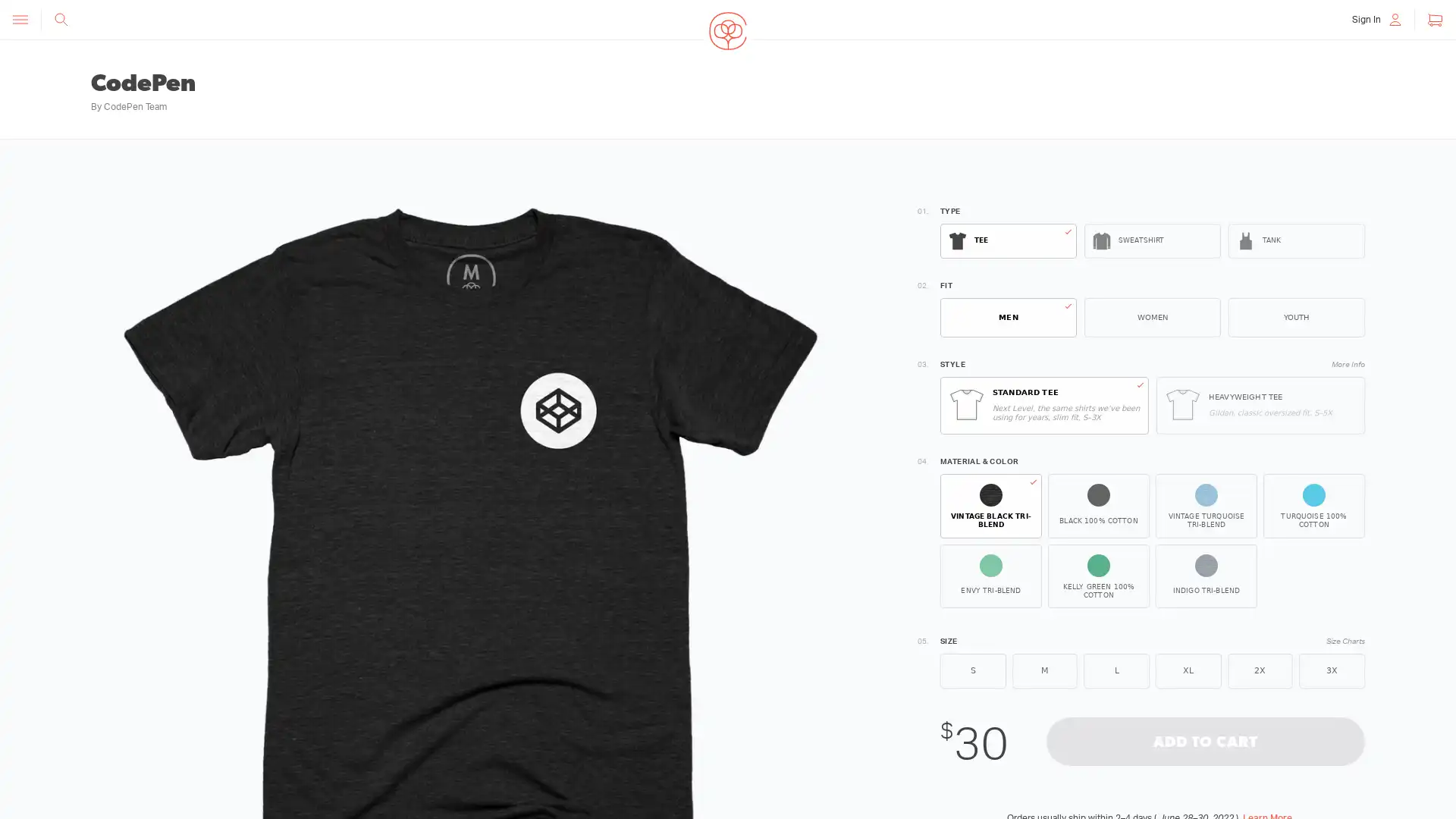 The height and width of the screenshot is (819, 1456). What do you see at coordinates (1099, 506) in the screenshot?
I see `BLACK 100% COTTON` at bounding box center [1099, 506].